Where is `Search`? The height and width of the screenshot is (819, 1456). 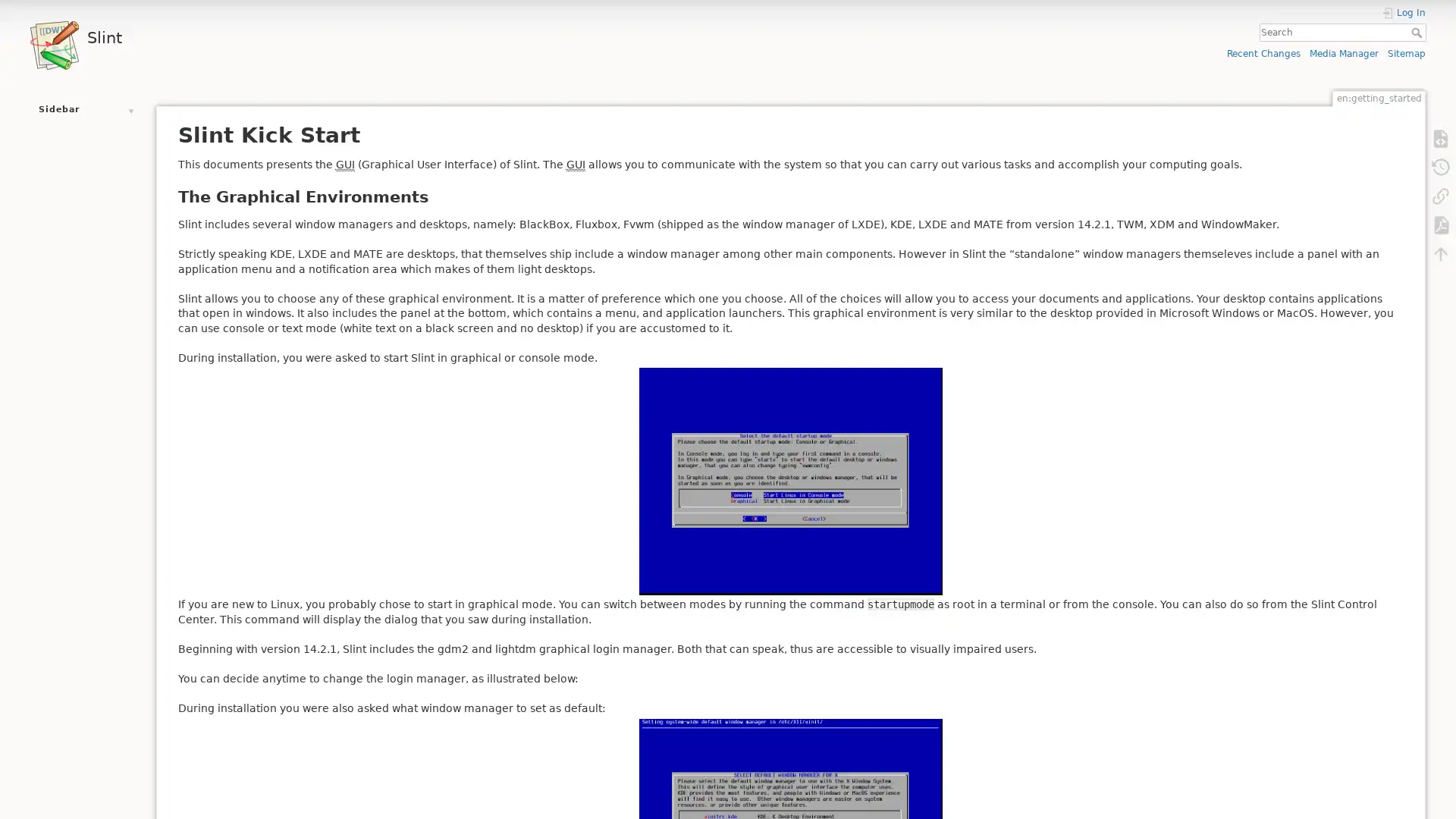 Search is located at coordinates (1417, 32).